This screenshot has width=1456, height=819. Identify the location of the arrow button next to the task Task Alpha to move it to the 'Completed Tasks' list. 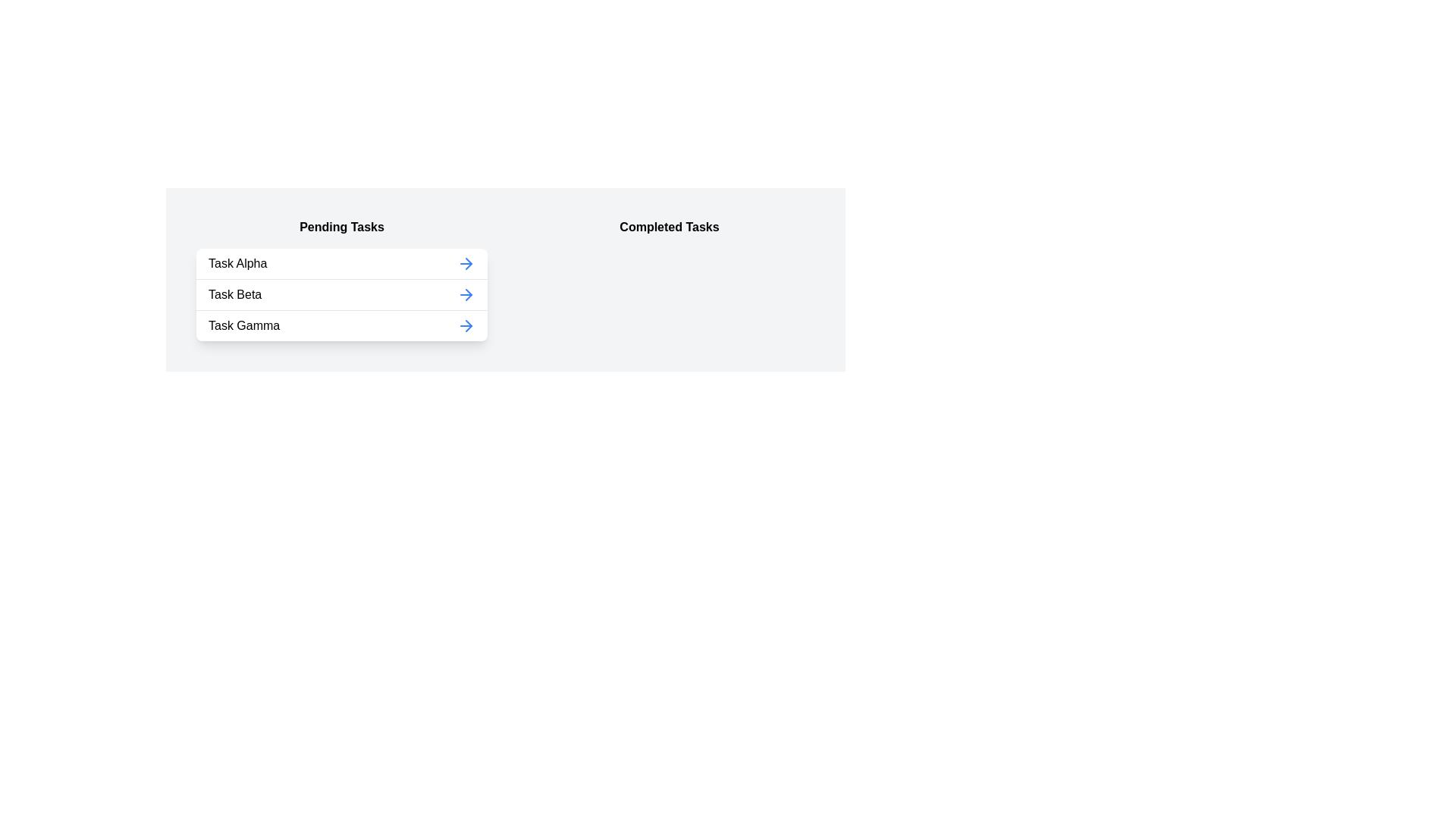
(465, 262).